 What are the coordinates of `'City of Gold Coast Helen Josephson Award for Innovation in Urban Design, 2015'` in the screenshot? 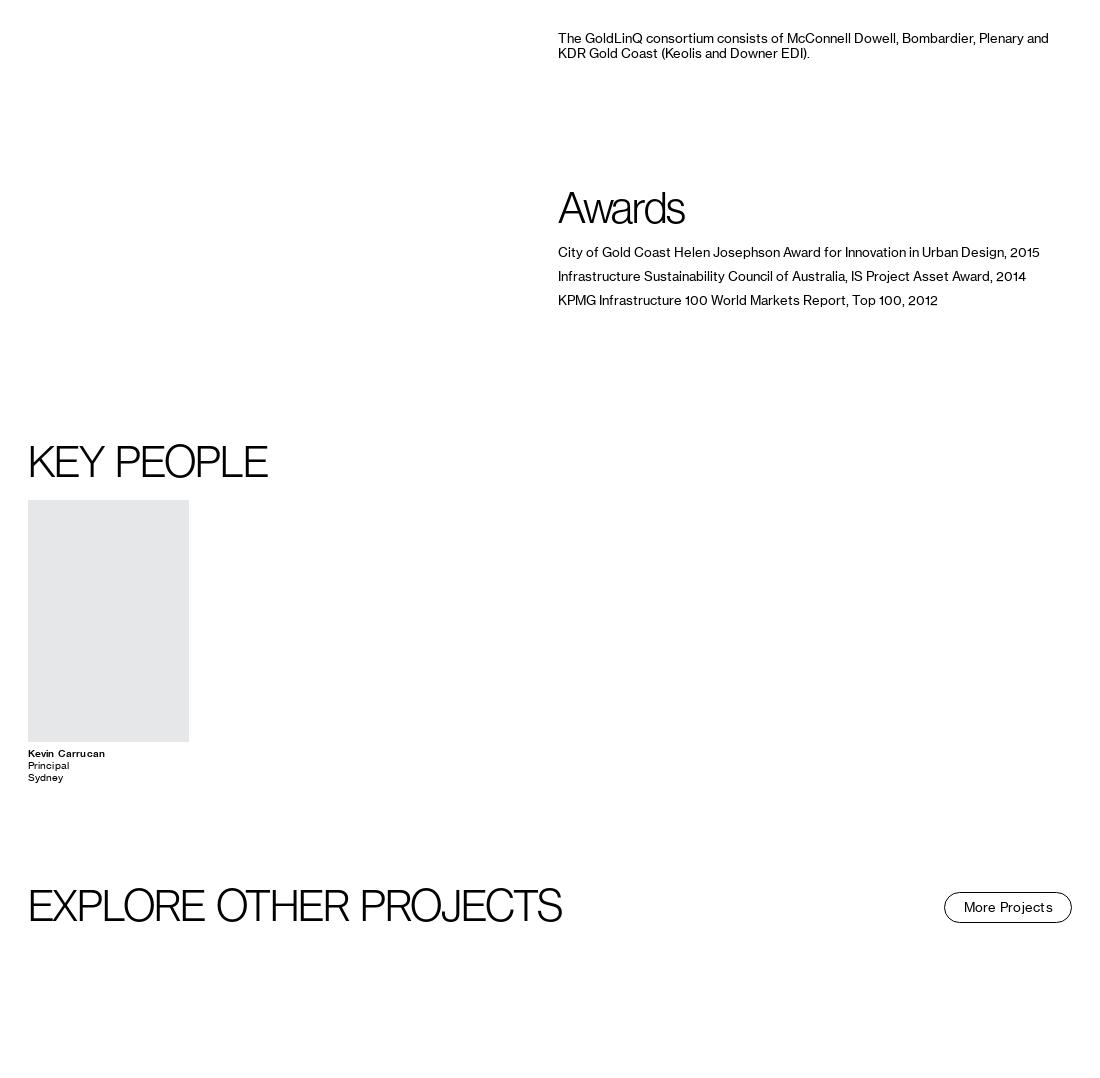 It's located at (798, 251).